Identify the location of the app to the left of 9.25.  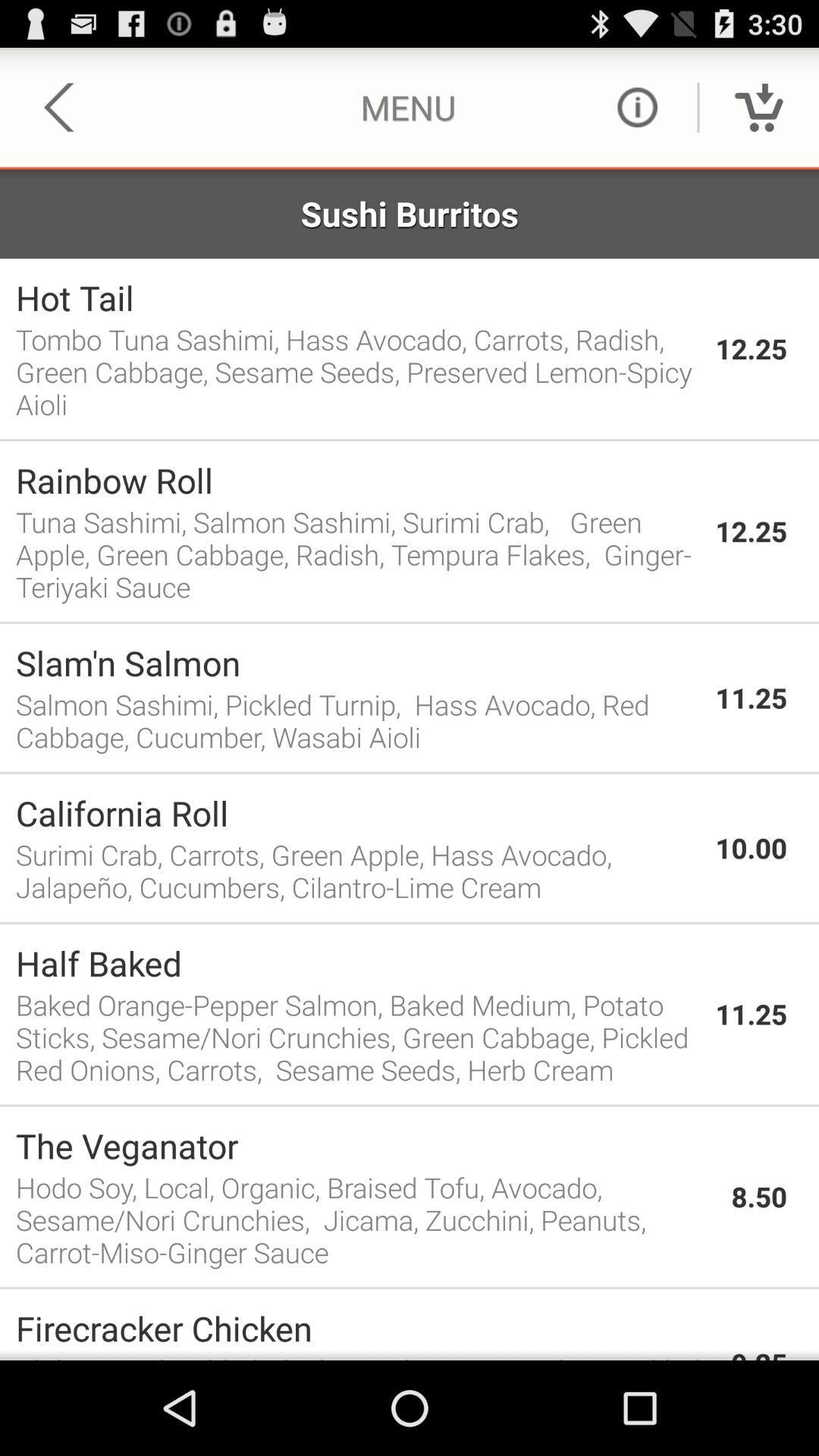
(366, 1327).